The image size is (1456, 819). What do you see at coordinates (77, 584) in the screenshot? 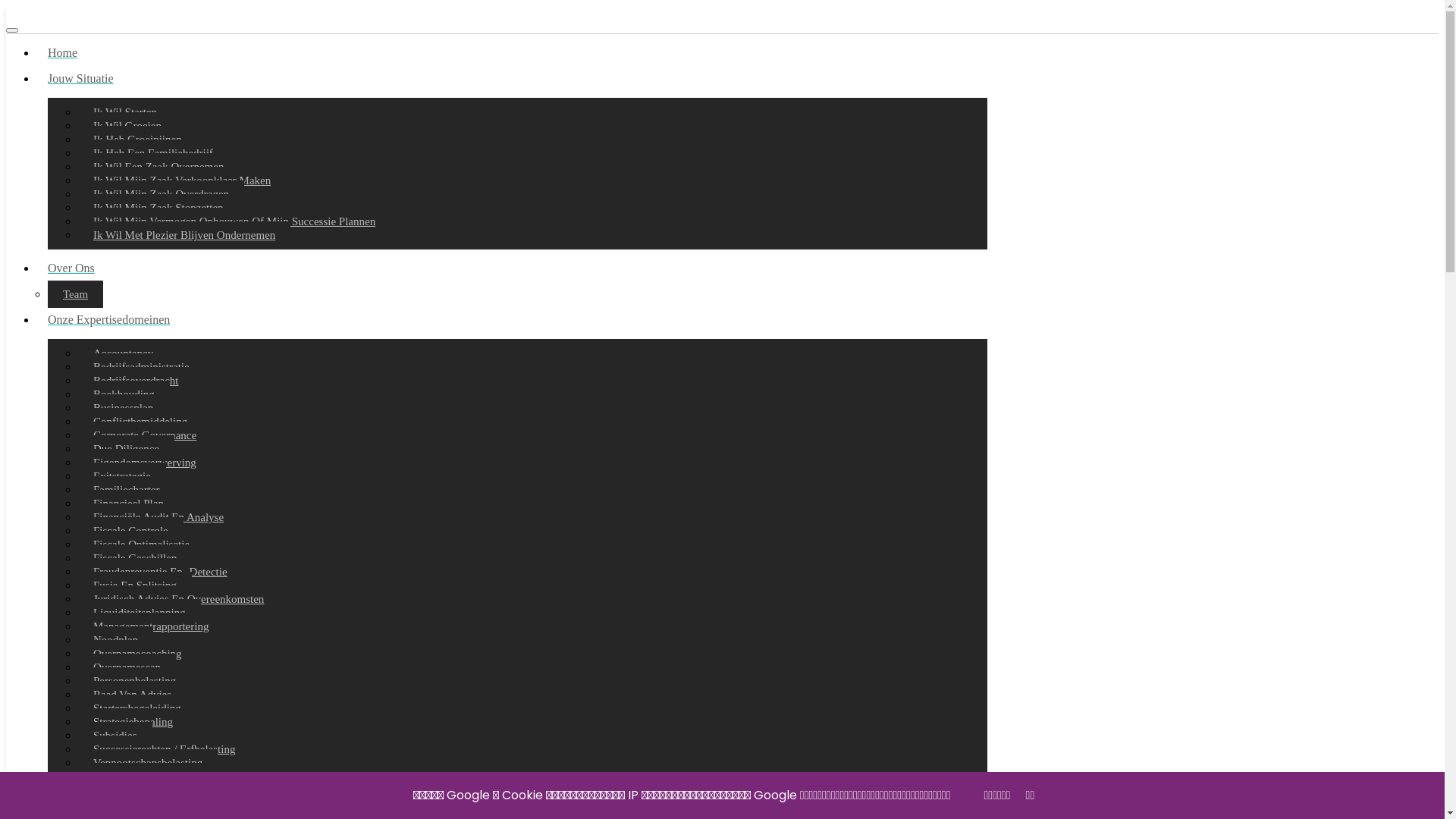
I see `'Fusie En Splitsing'` at bounding box center [77, 584].